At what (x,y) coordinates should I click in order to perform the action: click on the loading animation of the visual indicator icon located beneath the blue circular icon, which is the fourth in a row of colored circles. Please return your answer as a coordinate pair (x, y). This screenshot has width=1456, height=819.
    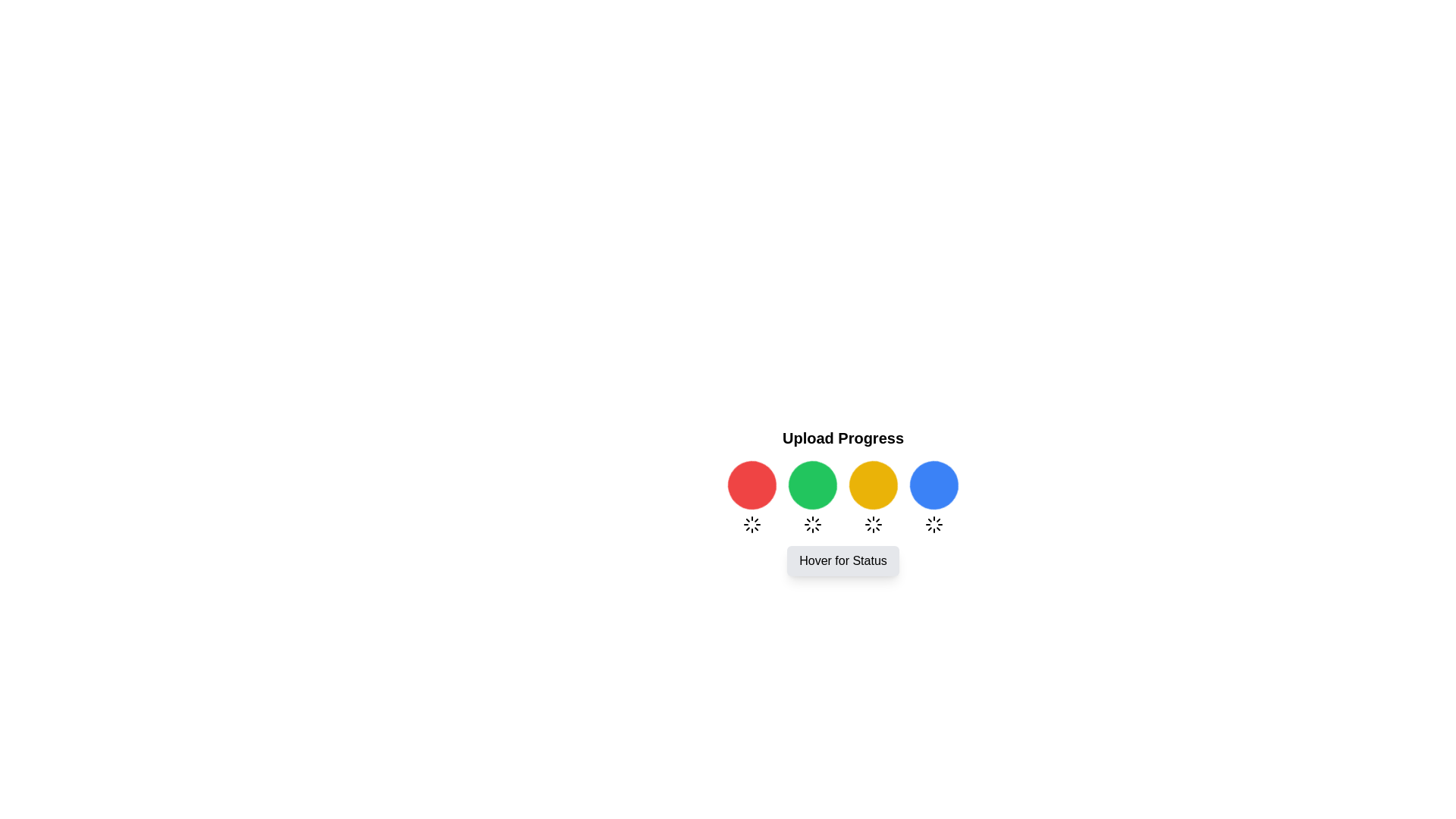
    Looking at the image, I should click on (934, 523).